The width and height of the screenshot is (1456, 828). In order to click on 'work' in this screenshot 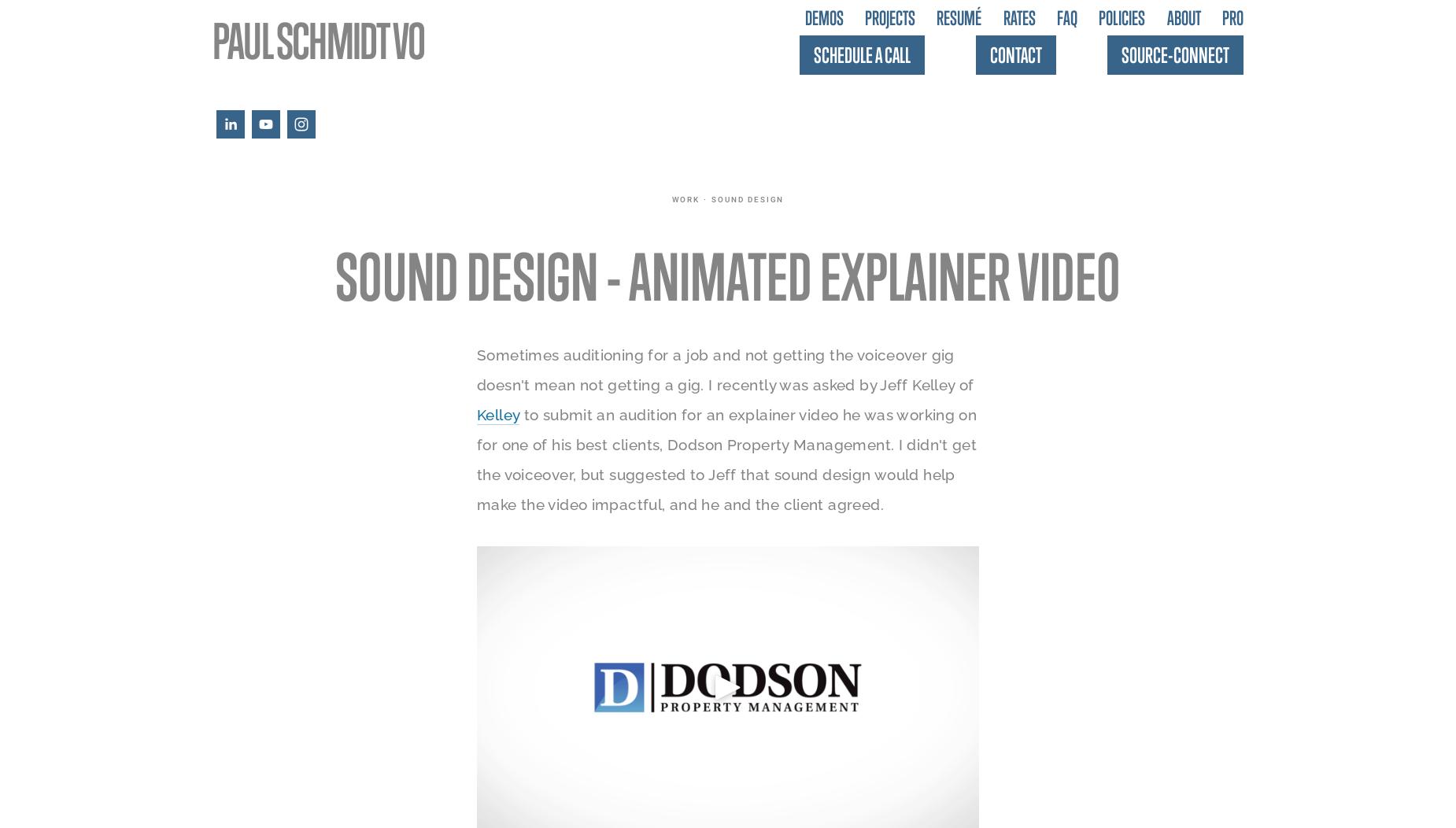, I will do `click(671, 198)`.